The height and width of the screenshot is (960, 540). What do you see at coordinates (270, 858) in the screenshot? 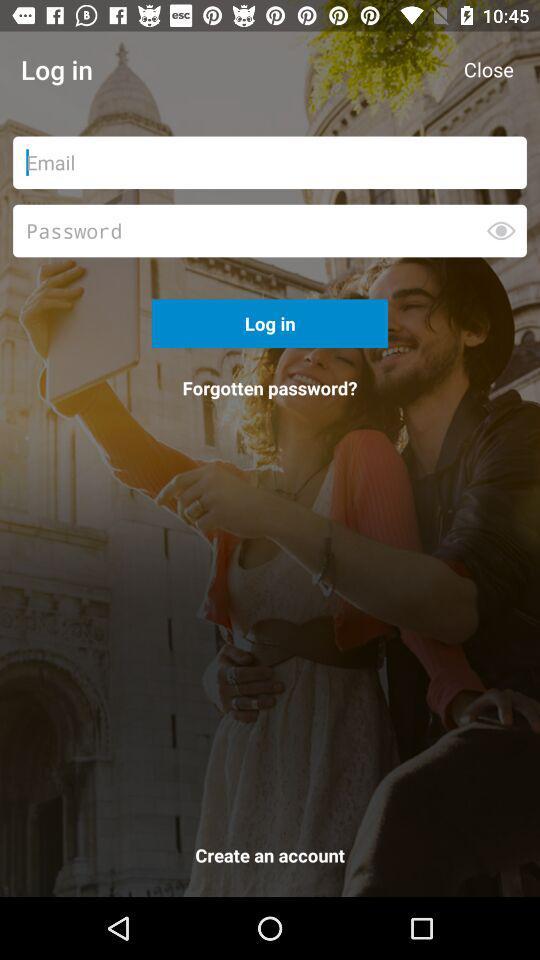
I see `create an account item` at bounding box center [270, 858].